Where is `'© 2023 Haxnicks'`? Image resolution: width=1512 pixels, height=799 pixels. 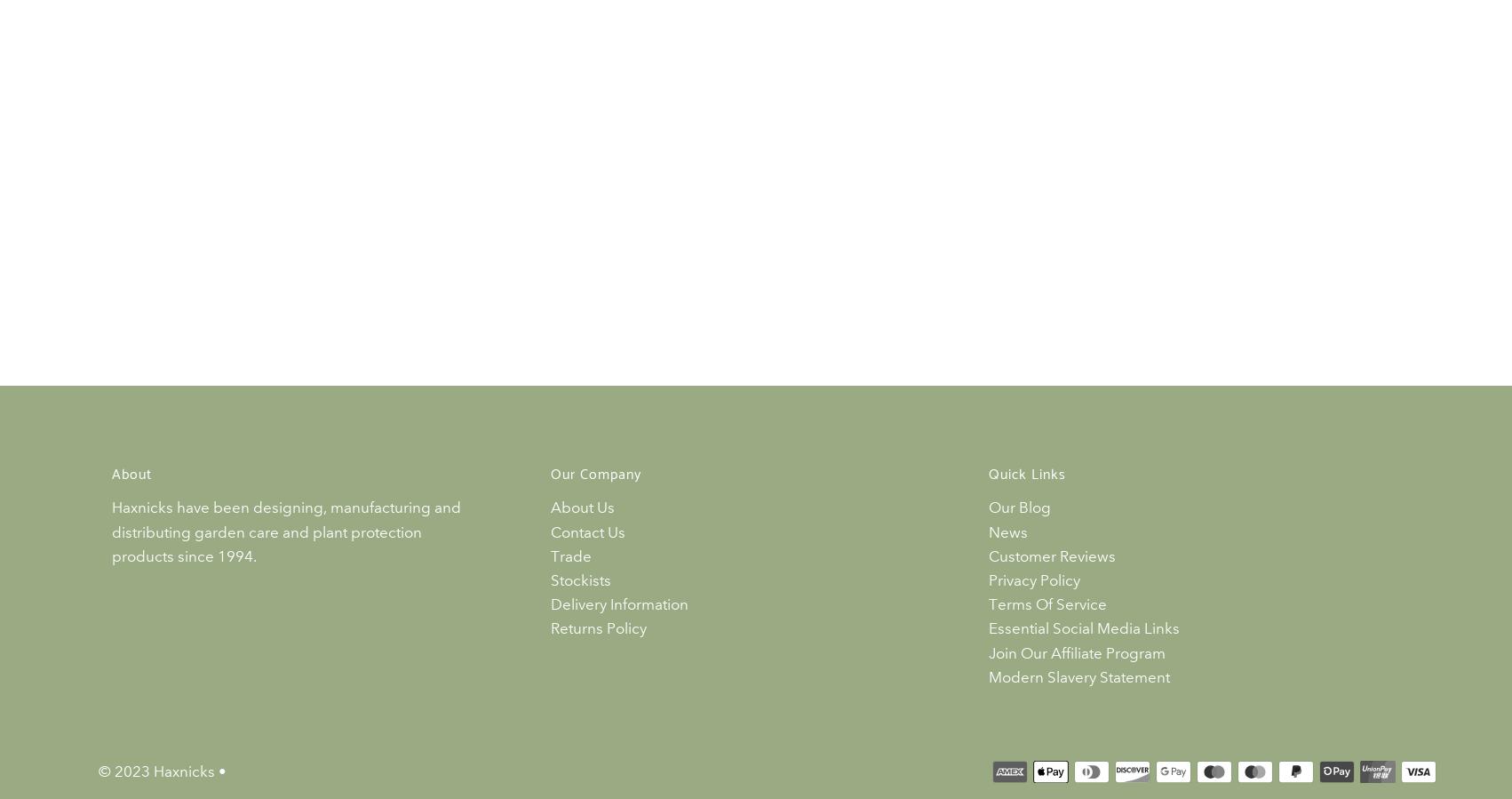 '© 2023 Haxnicks' is located at coordinates (155, 771).